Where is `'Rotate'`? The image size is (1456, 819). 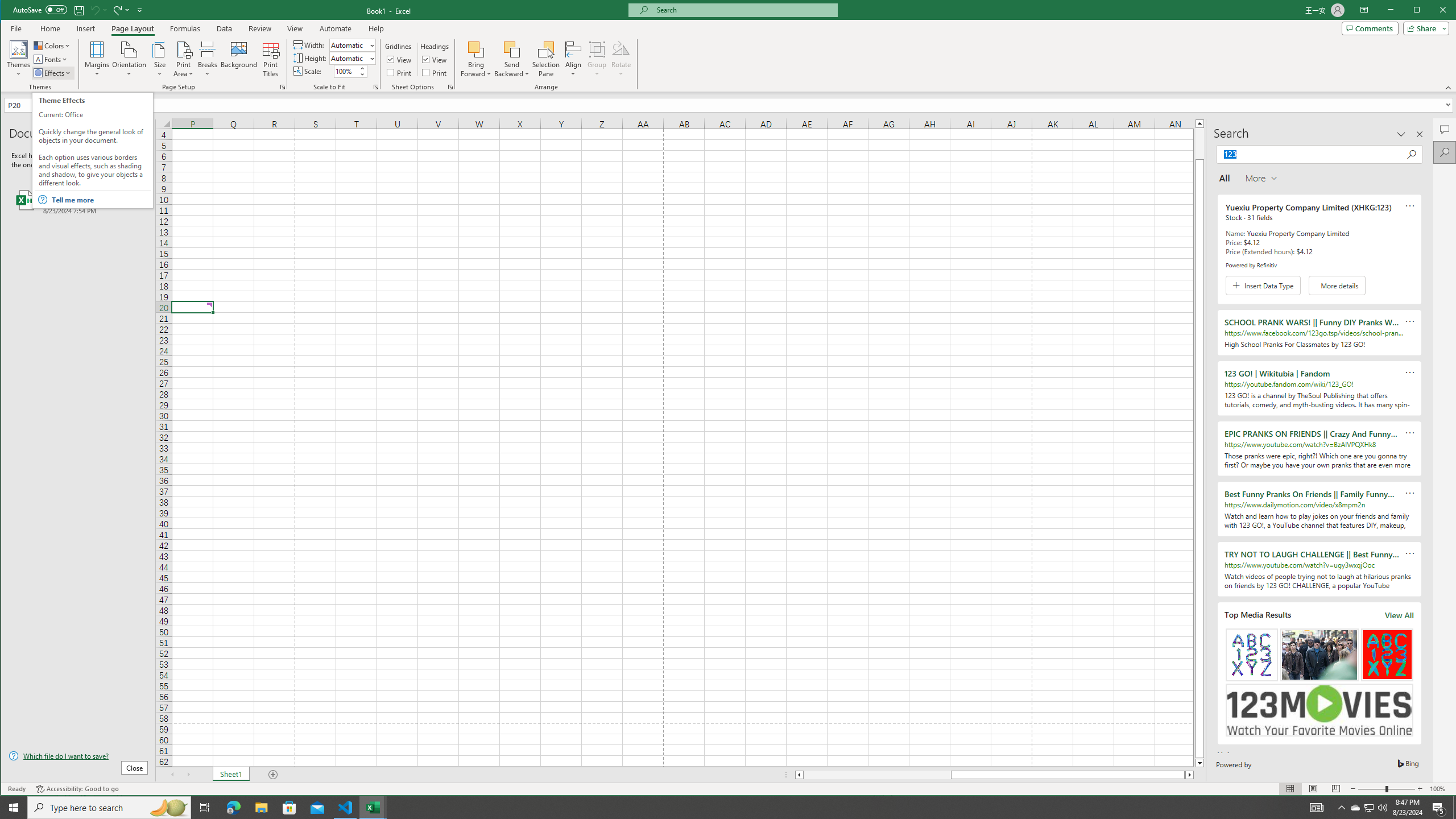
'Rotate' is located at coordinates (621, 59).